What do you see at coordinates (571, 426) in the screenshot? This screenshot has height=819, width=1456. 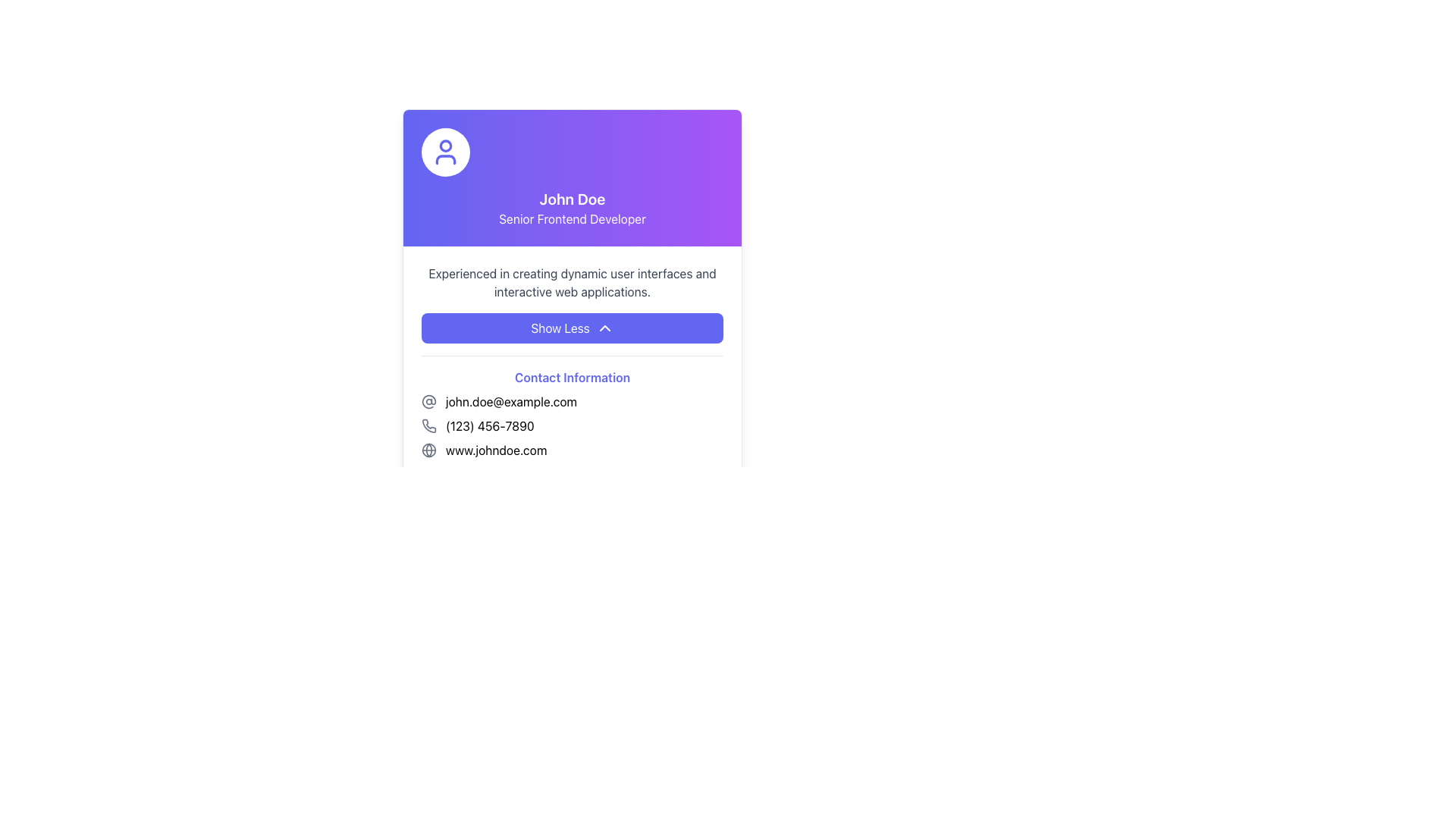 I see `the contact information display element that shows a phone number, located in the 'Contact Information' section, below the email address and above the website URL` at bounding box center [571, 426].